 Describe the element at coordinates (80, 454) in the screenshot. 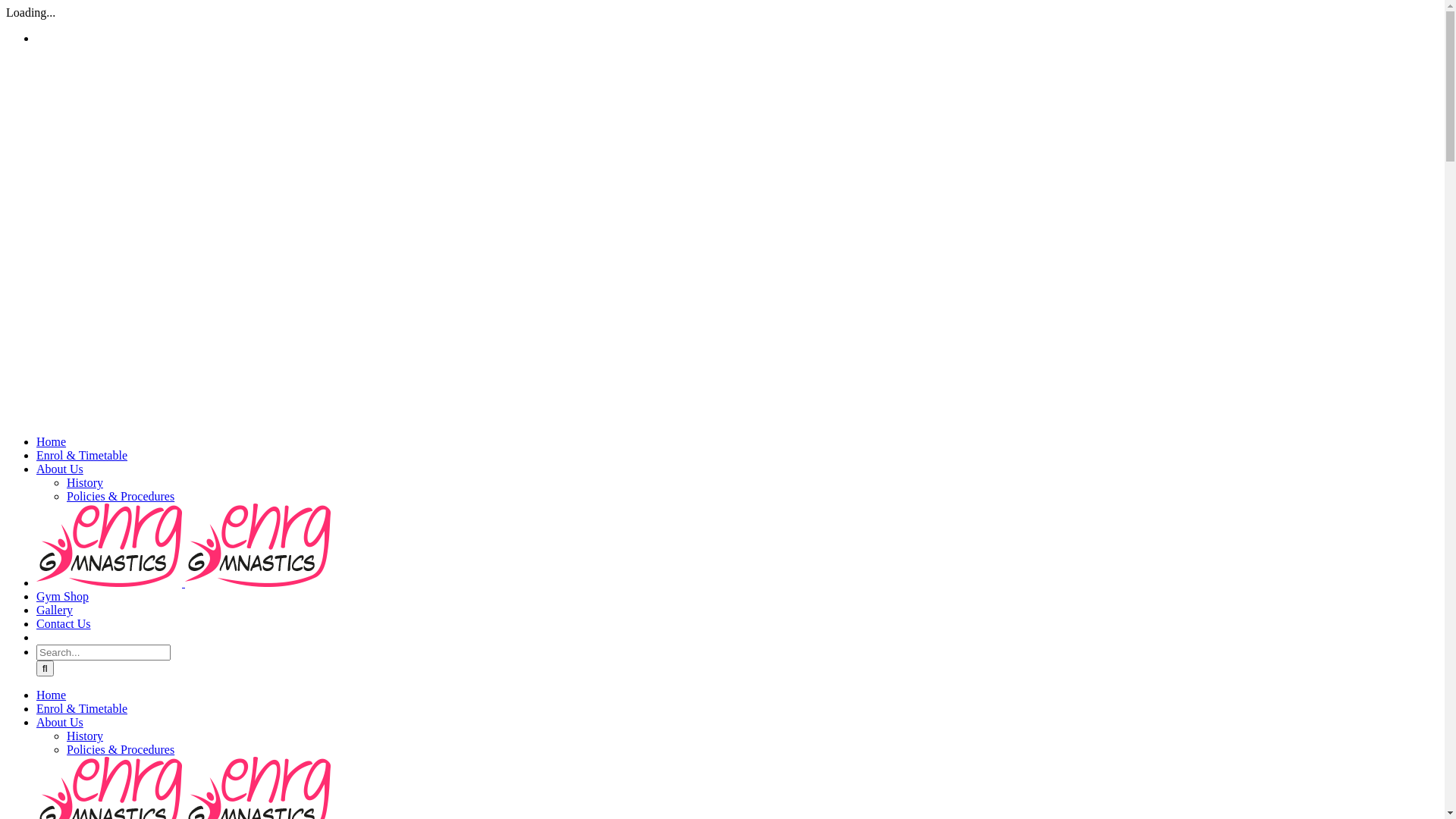

I see `'Enrol & Timetable'` at that location.